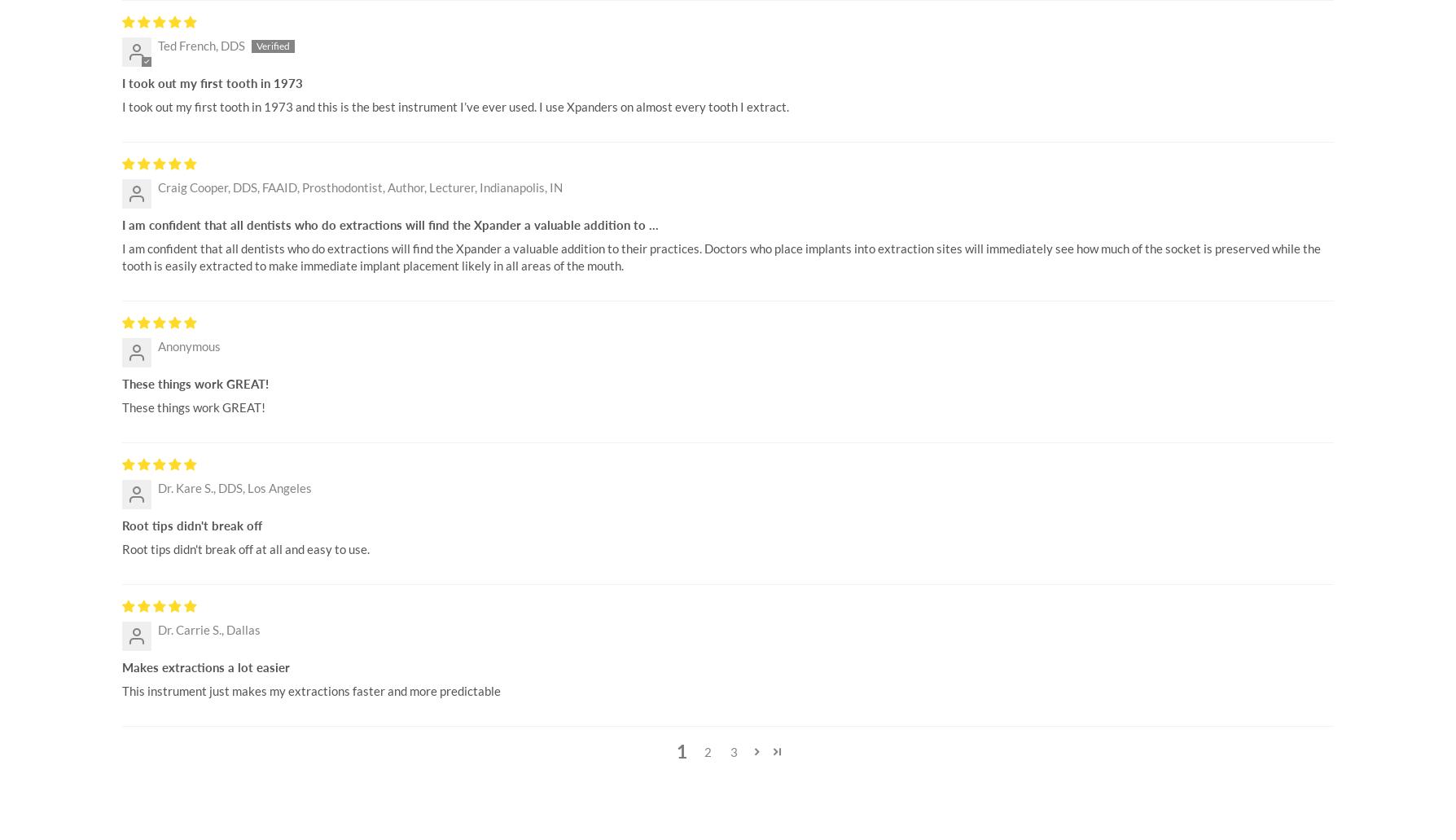 This screenshot has width=1456, height=840. Describe the element at coordinates (706, 751) in the screenshot. I see `'2'` at that location.